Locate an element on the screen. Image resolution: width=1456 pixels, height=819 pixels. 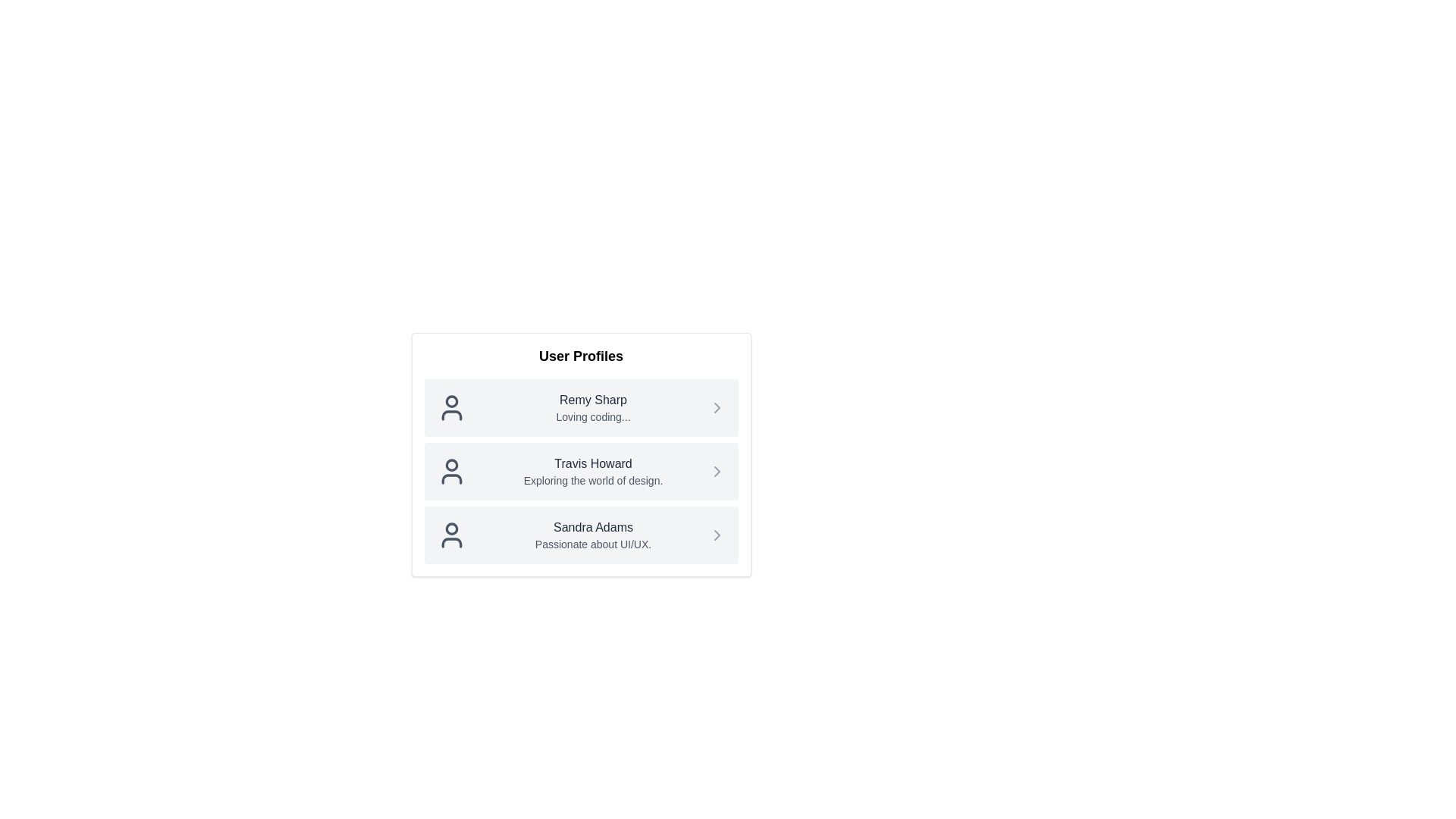
the List Entry Card featuring 'Sandra Adams' with a user avatar icon and a right-pointing chevron, positioned as the third item in a vertical list is located at coordinates (580, 534).